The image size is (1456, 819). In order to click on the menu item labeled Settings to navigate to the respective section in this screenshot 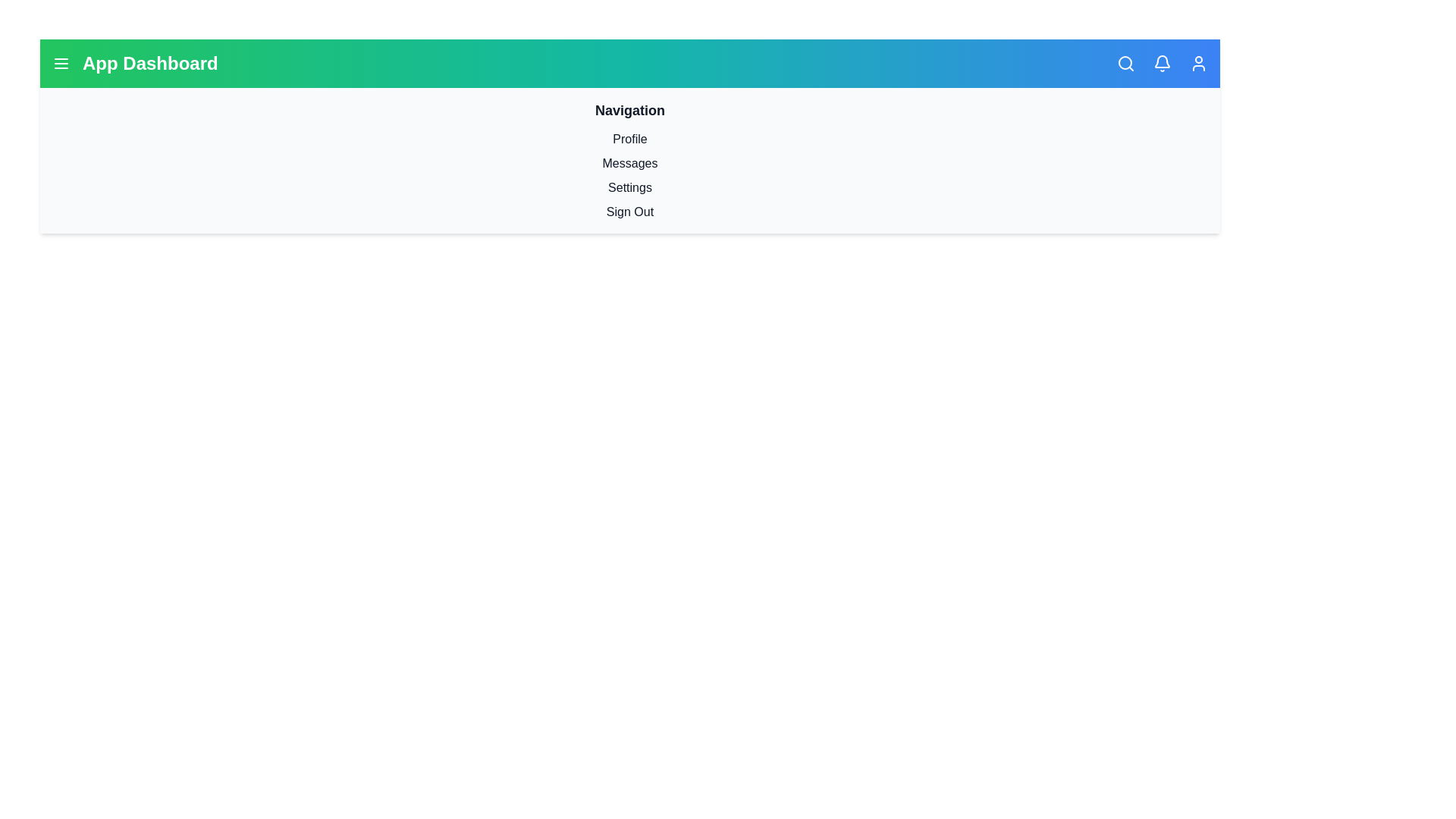, I will do `click(629, 187)`.